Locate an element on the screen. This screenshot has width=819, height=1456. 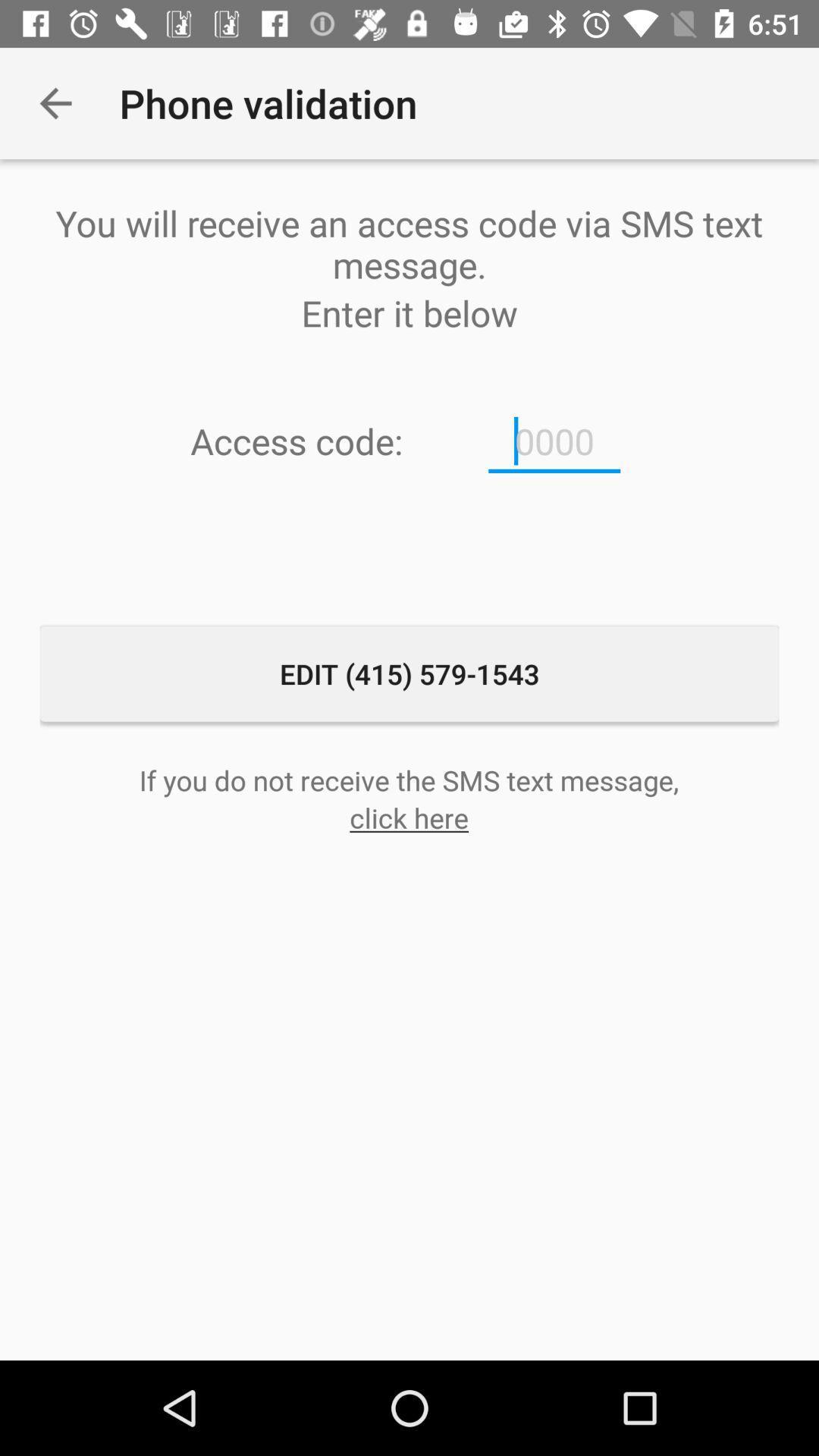
the icon next to phone validation icon is located at coordinates (55, 102).